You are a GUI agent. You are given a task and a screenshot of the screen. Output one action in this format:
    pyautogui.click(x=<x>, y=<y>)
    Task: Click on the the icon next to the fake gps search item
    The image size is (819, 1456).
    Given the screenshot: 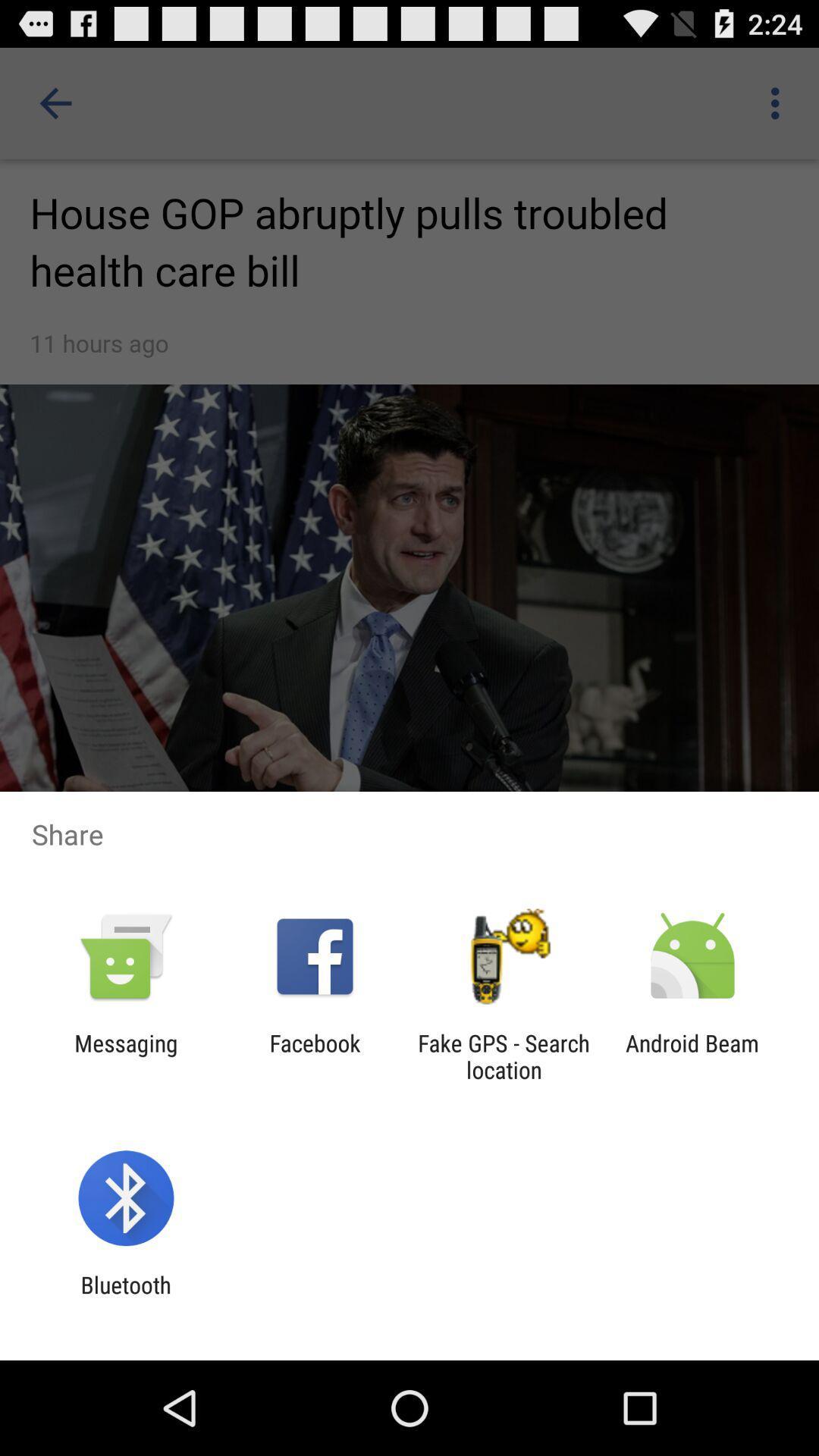 What is the action you would take?
    pyautogui.click(x=314, y=1056)
    